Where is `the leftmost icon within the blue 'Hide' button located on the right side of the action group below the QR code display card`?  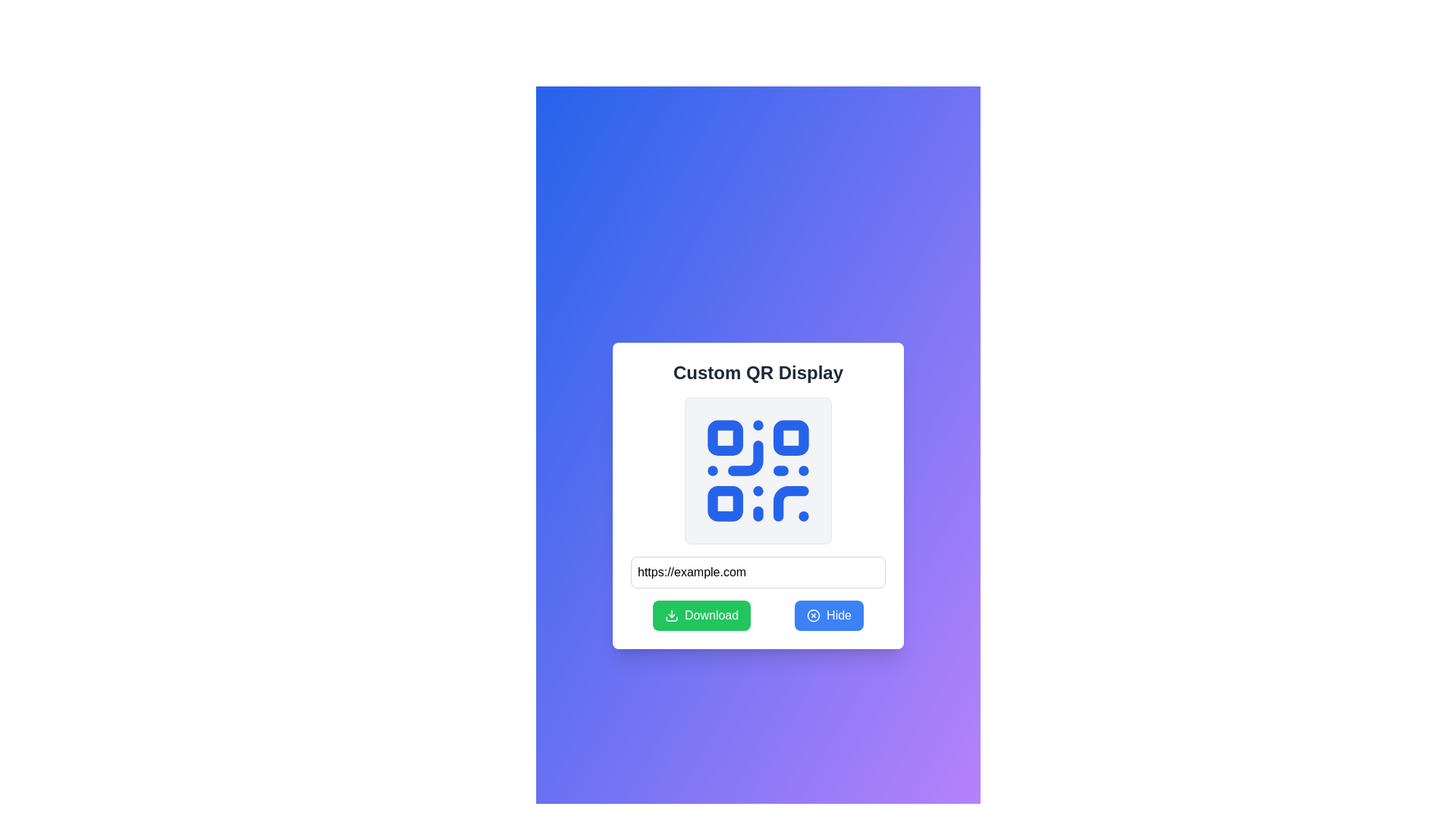 the leftmost icon within the blue 'Hide' button located on the right side of the action group below the QR code display card is located at coordinates (813, 616).